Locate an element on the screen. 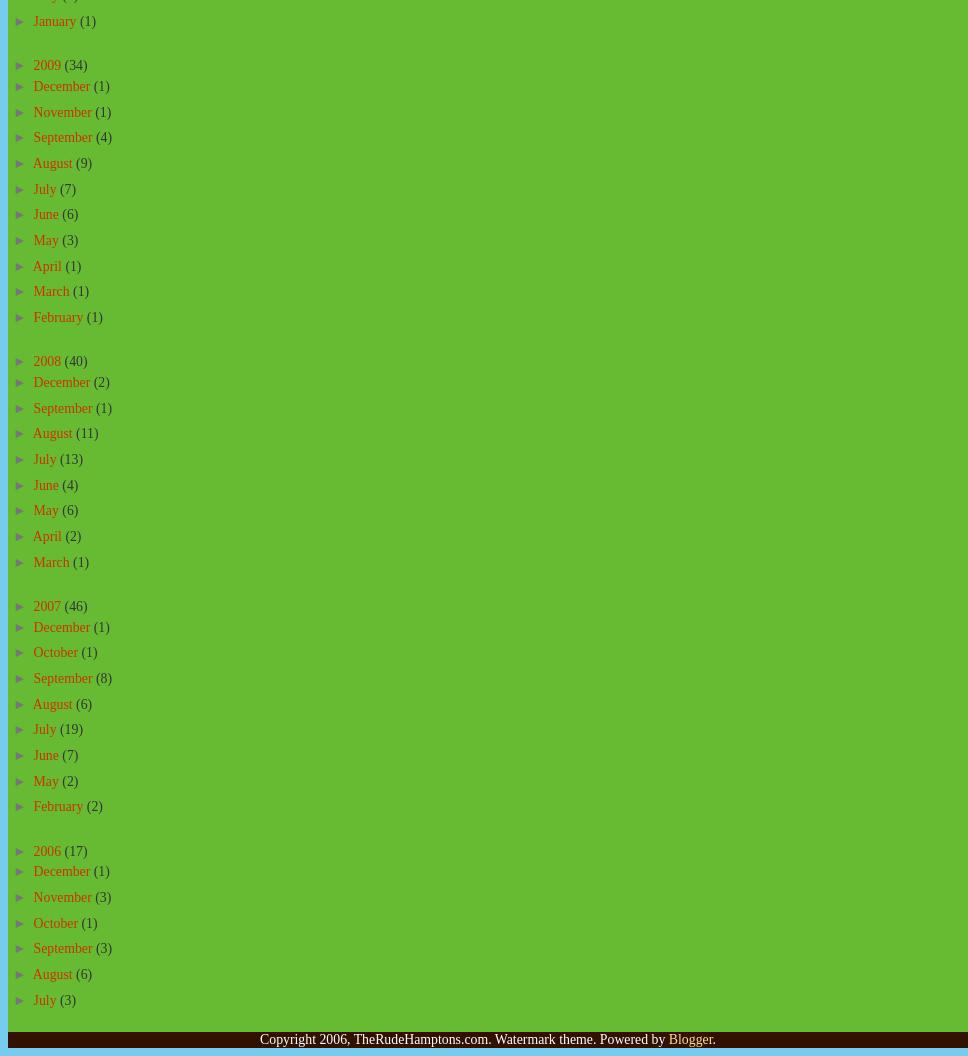 The image size is (968, 1056). '(40)' is located at coordinates (62, 360).